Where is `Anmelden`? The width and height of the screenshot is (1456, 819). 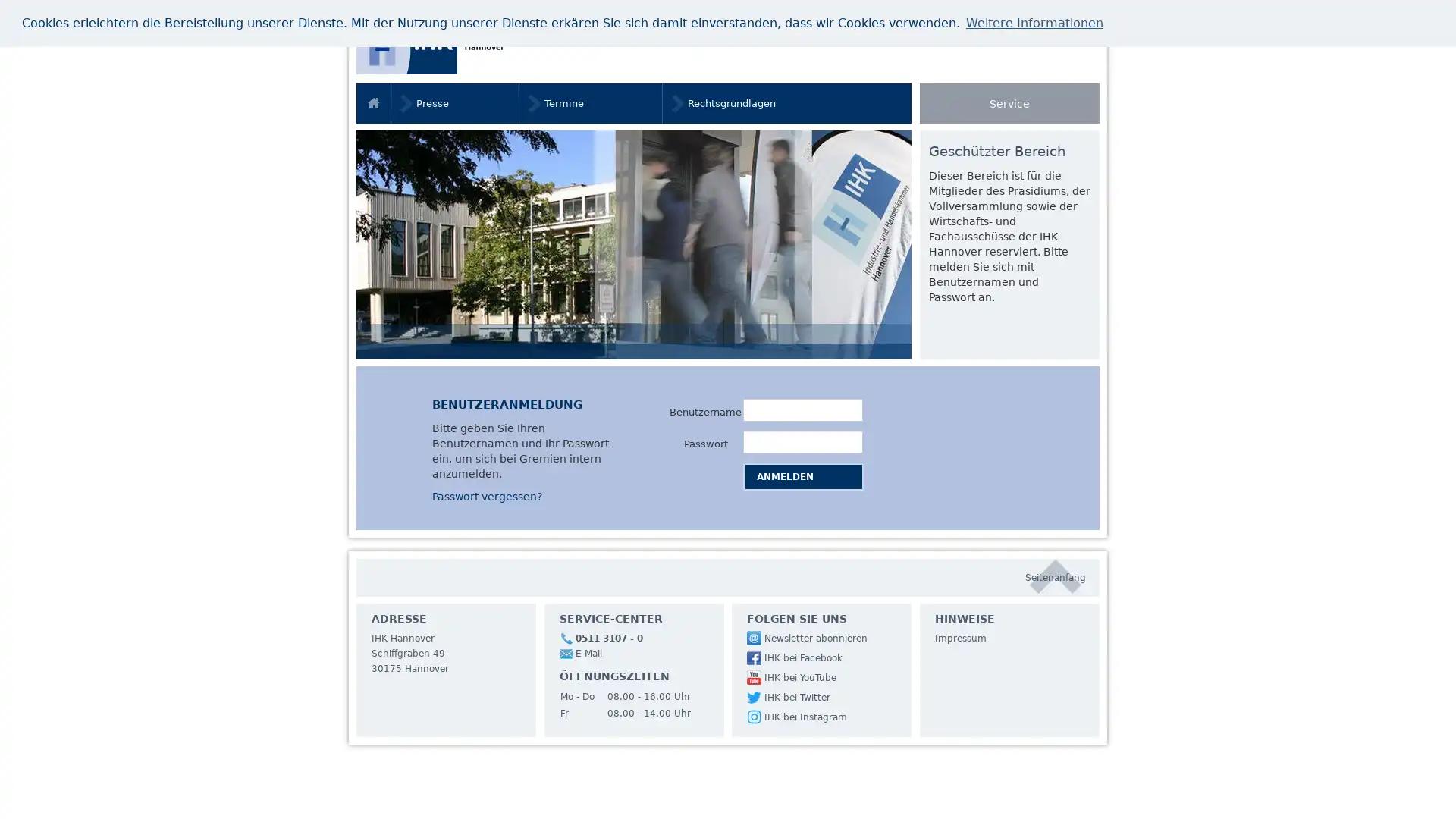 Anmelden is located at coordinates (803, 475).